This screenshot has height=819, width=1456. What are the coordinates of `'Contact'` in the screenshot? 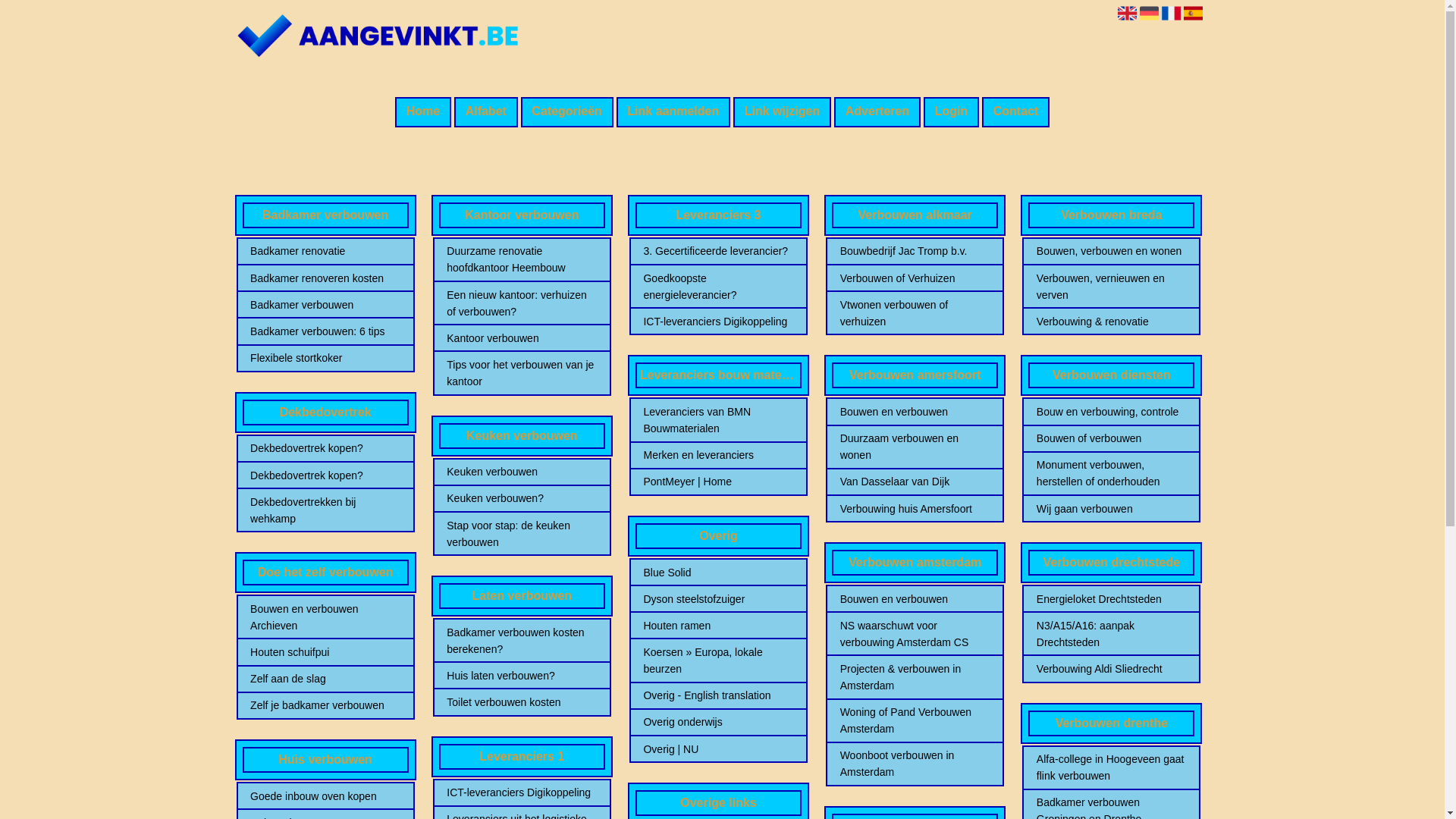 It's located at (982, 111).